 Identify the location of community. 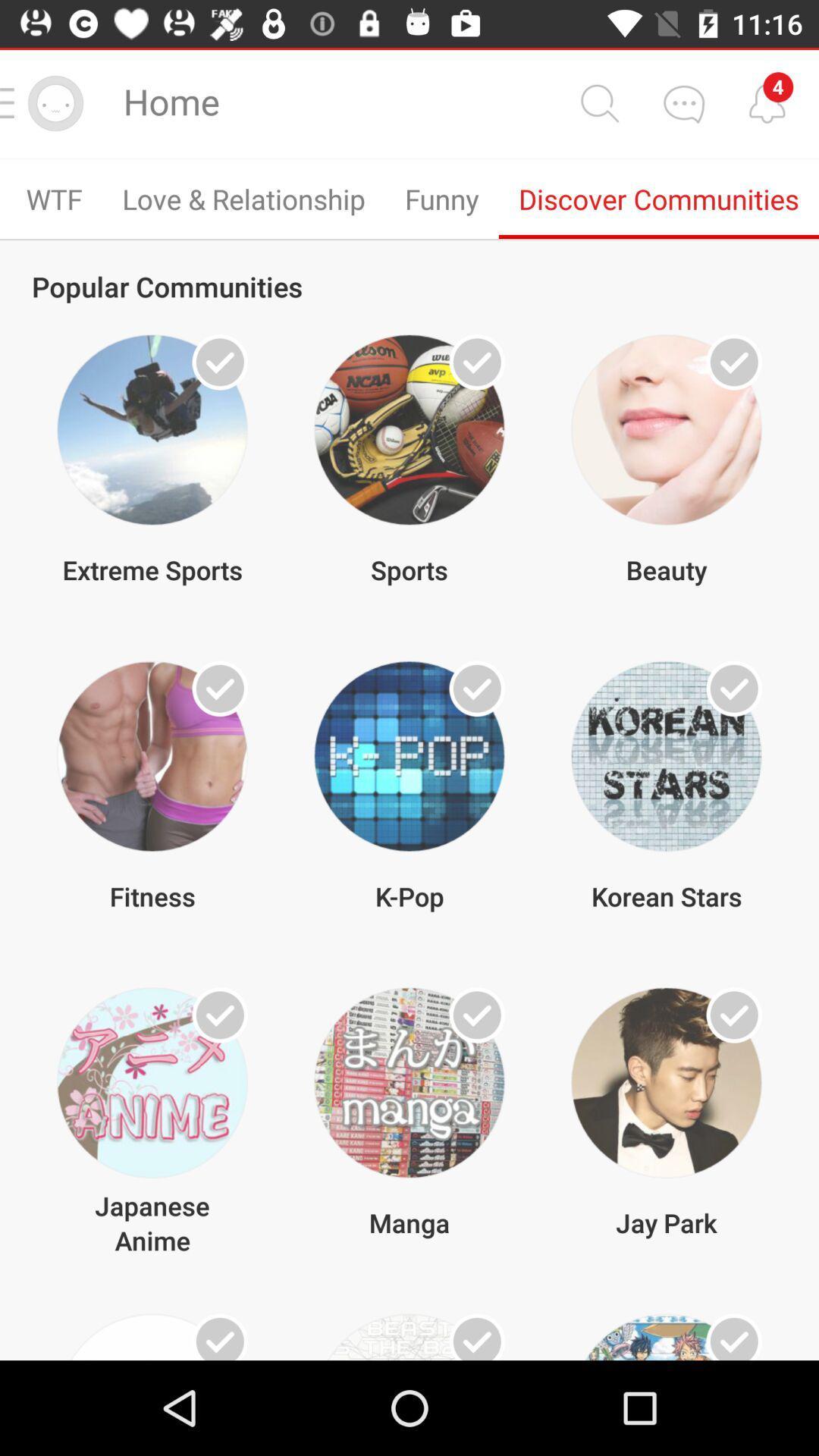
(733, 1337).